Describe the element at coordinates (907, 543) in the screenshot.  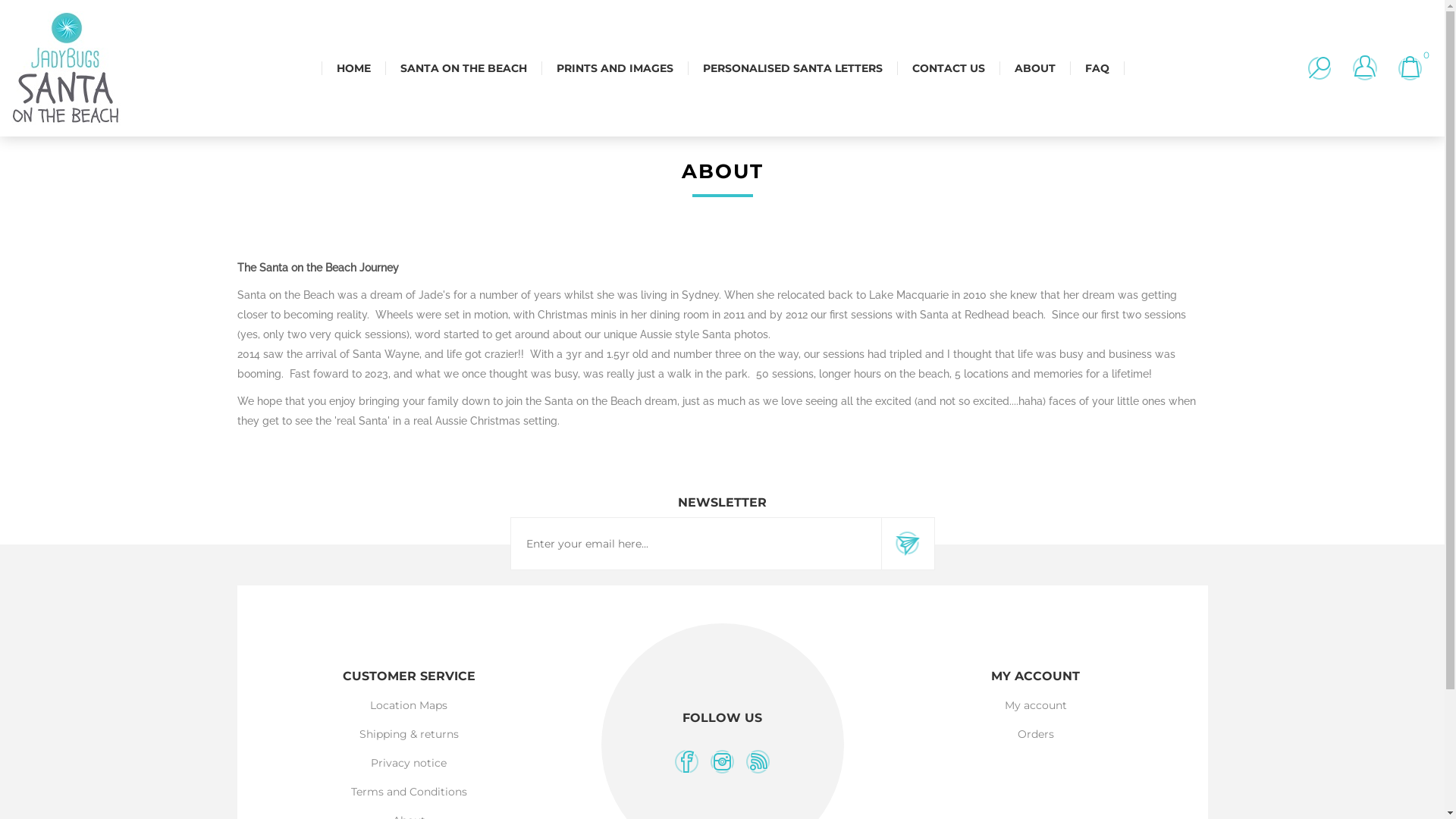
I see `'Subscribe'` at that location.